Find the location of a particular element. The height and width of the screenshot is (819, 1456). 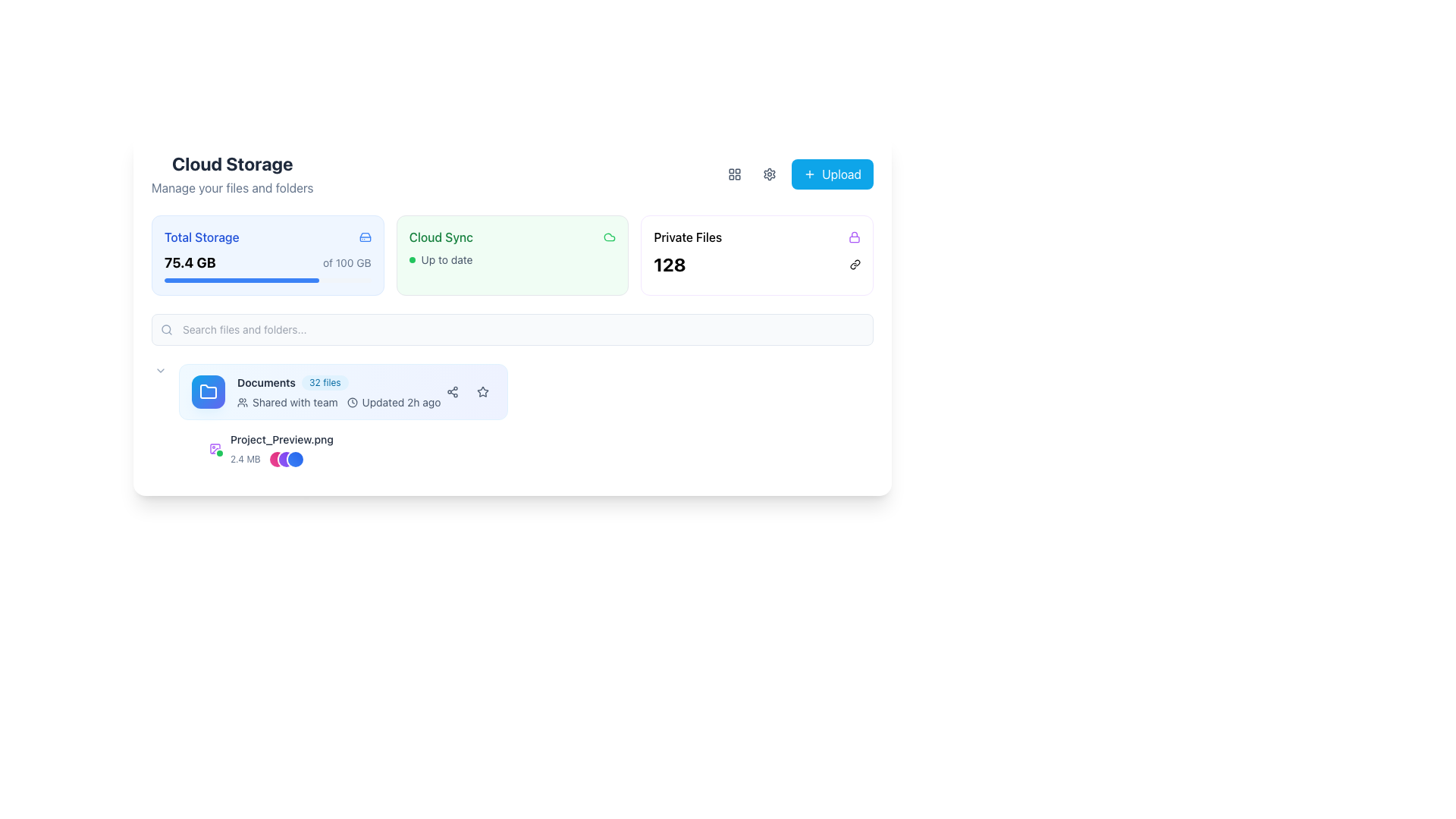

the 'Private Files' card is located at coordinates (767, 287).